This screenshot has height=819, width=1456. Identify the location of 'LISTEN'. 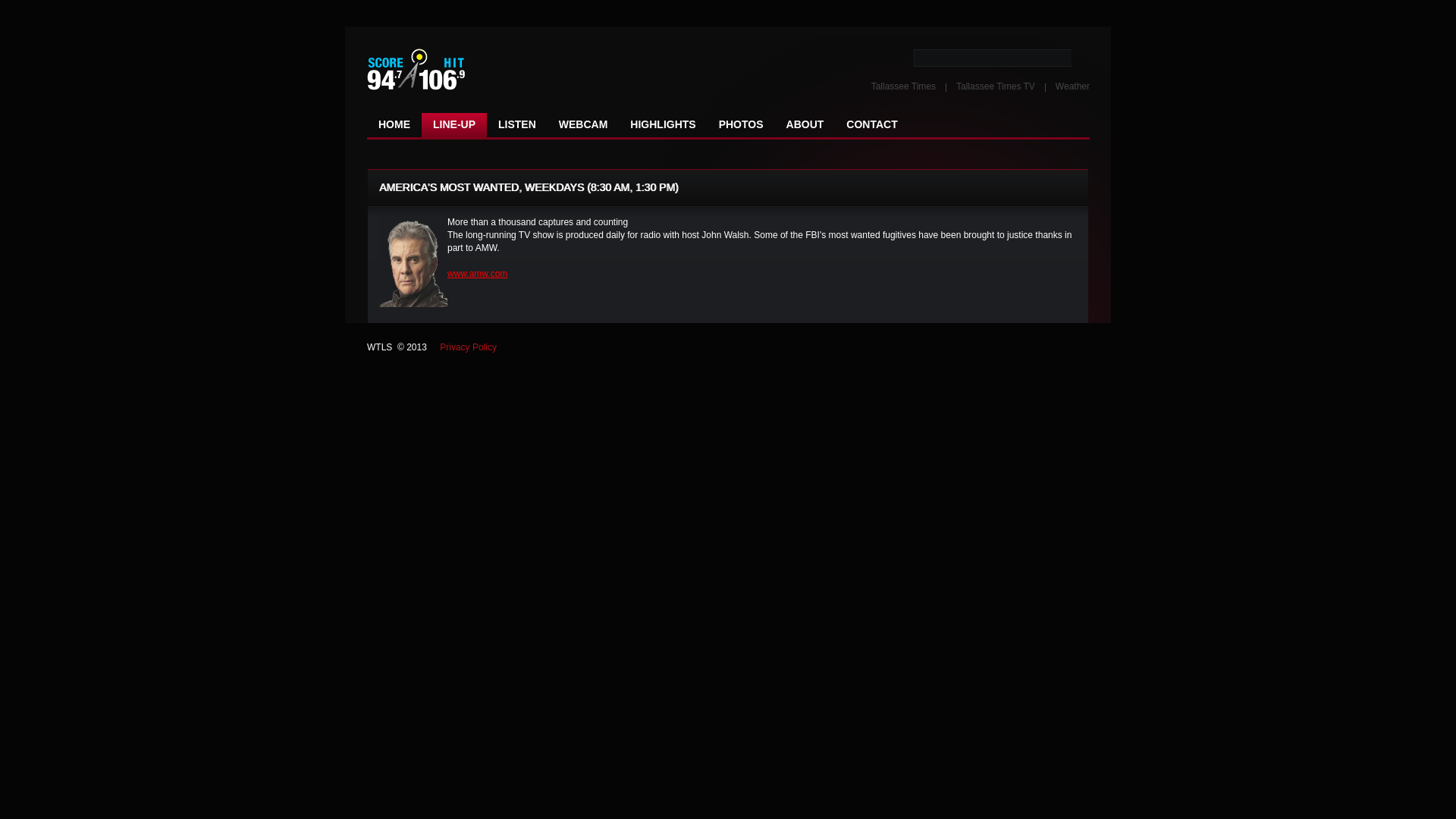
(516, 124).